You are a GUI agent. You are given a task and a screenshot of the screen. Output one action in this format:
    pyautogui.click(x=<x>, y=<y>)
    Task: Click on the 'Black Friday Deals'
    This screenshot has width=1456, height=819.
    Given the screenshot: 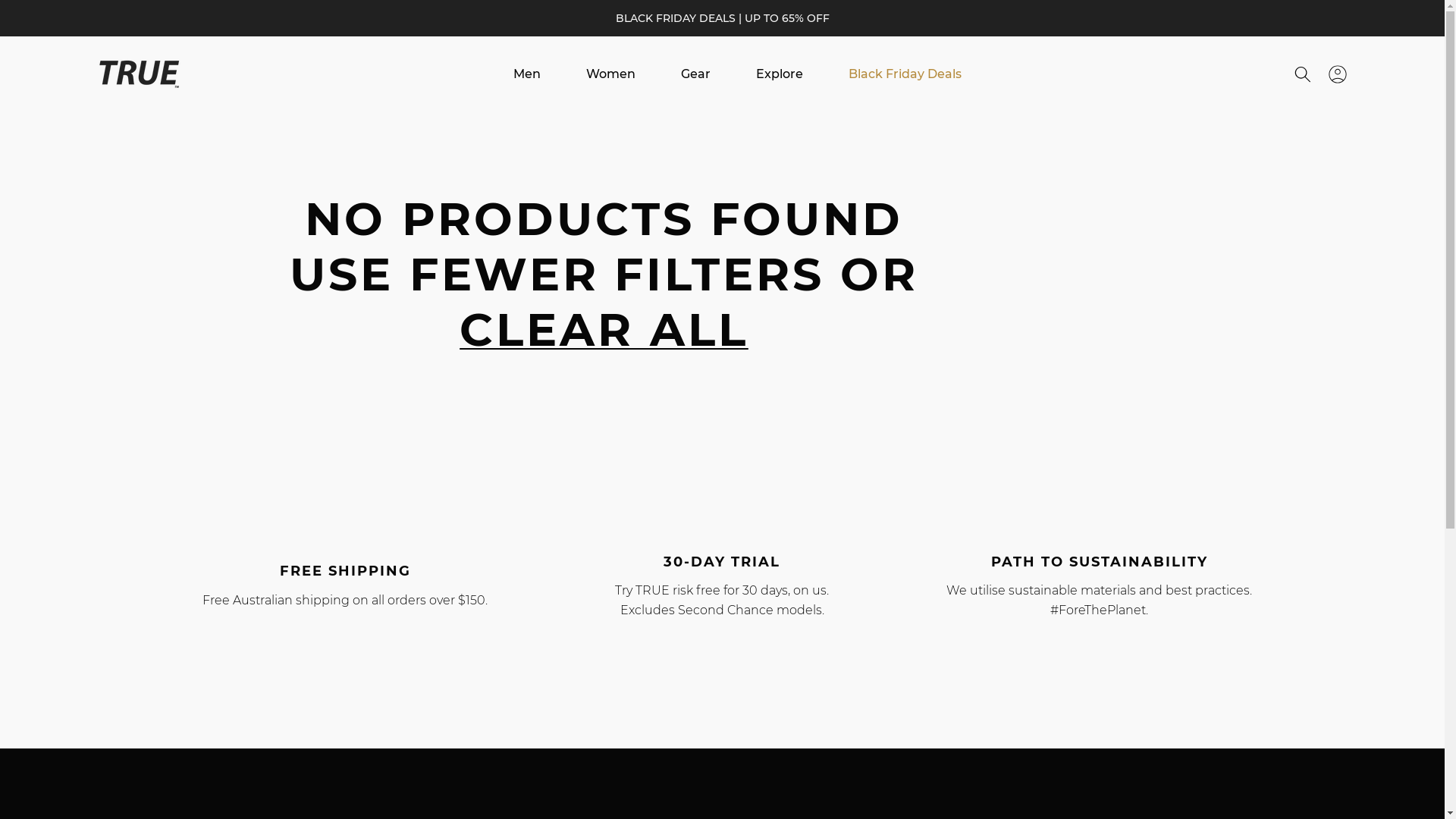 What is the action you would take?
    pyautogui.click(x=847, y=74)
    